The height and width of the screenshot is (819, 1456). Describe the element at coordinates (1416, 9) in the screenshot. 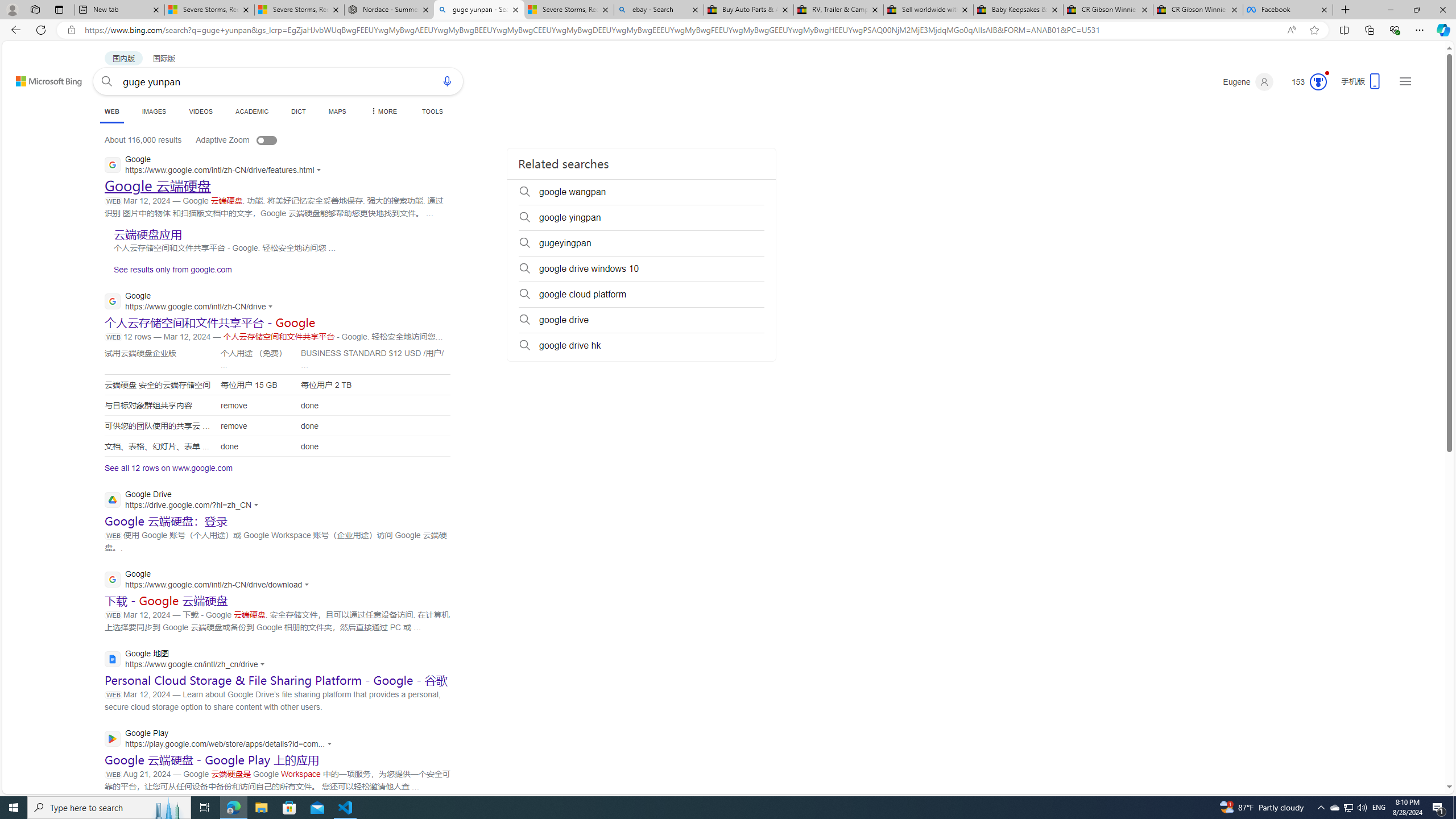

I see `'Restore'` at that location.